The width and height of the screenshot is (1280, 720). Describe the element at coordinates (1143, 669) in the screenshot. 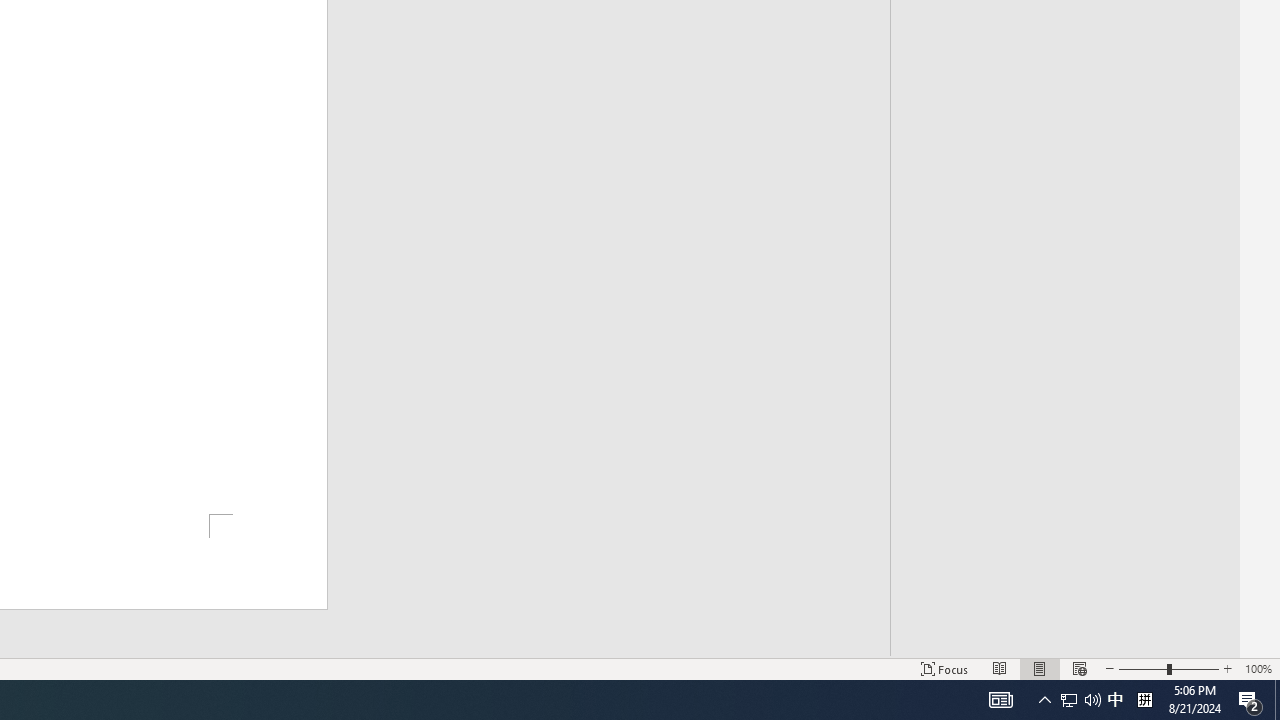

I see `'Zoom Out'` at that location.